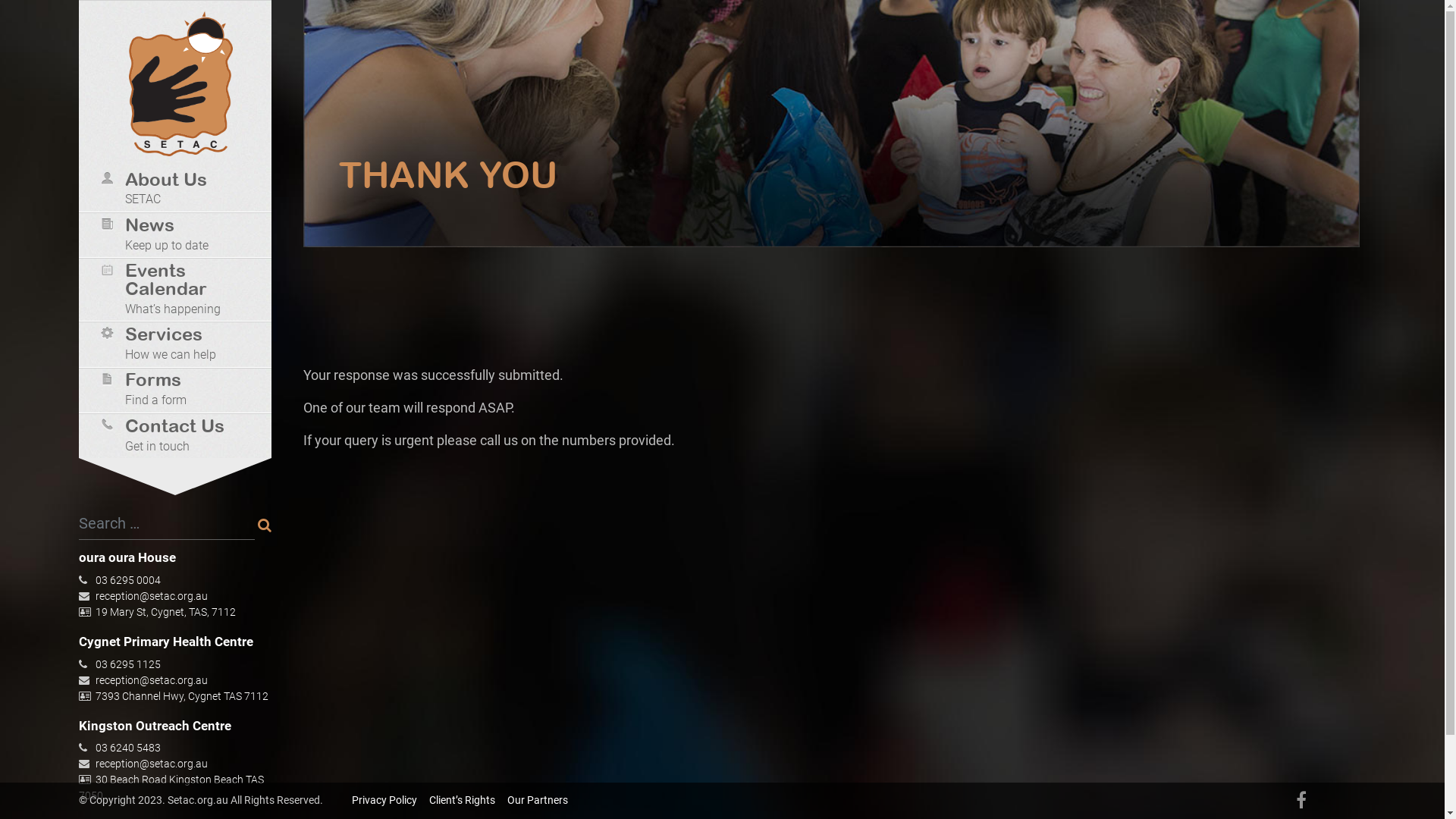 The width and height of the screenshot is (1456, 819). Describe the element at coordinates (127, 747) in the screenshot. I see `'03 6240 5483'` at that location.